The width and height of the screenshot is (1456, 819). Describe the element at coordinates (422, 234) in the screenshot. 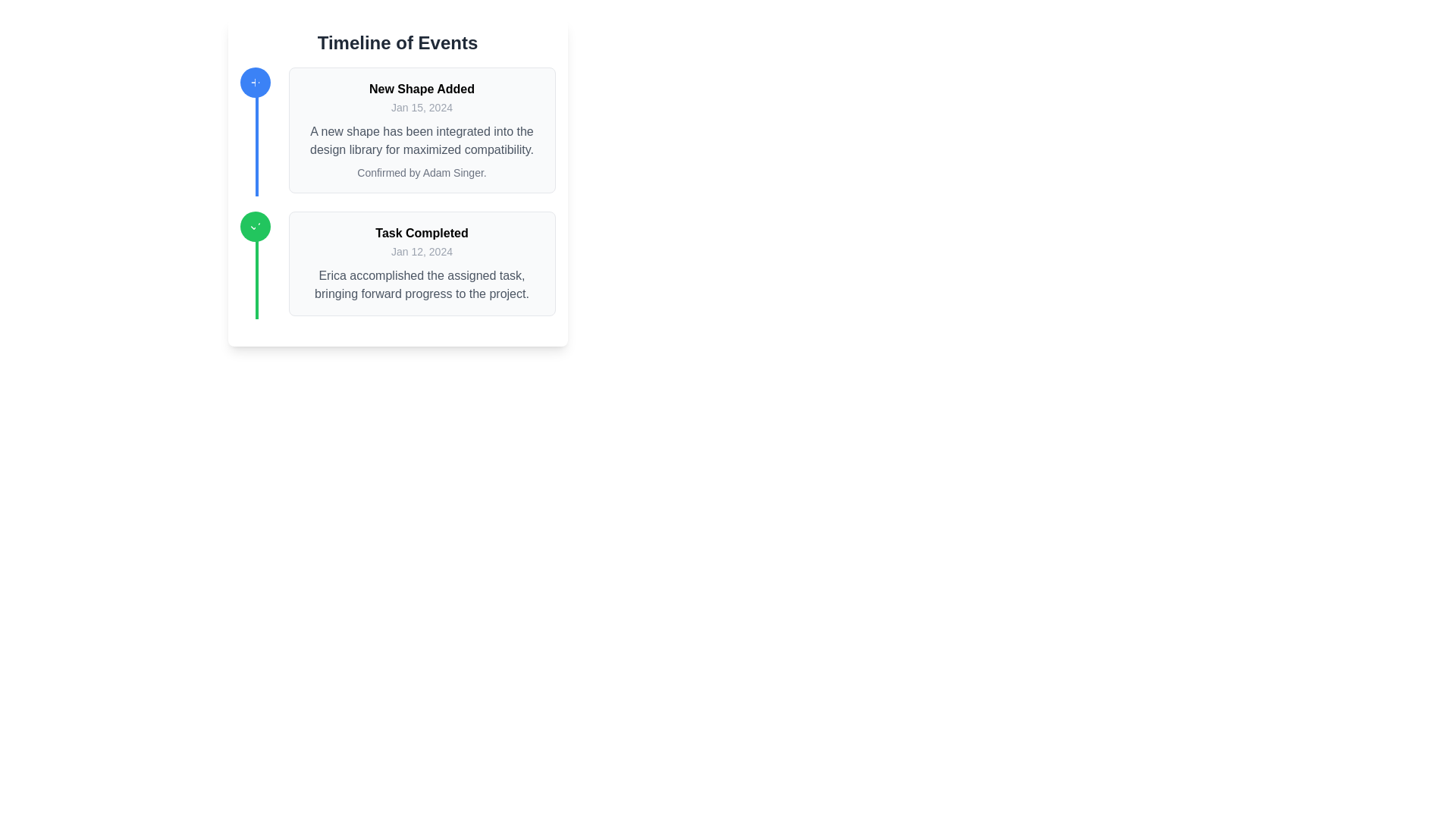

I see `the Text Label that serves as a header indicating a specific milestone or update within the timeline widget` at that location.